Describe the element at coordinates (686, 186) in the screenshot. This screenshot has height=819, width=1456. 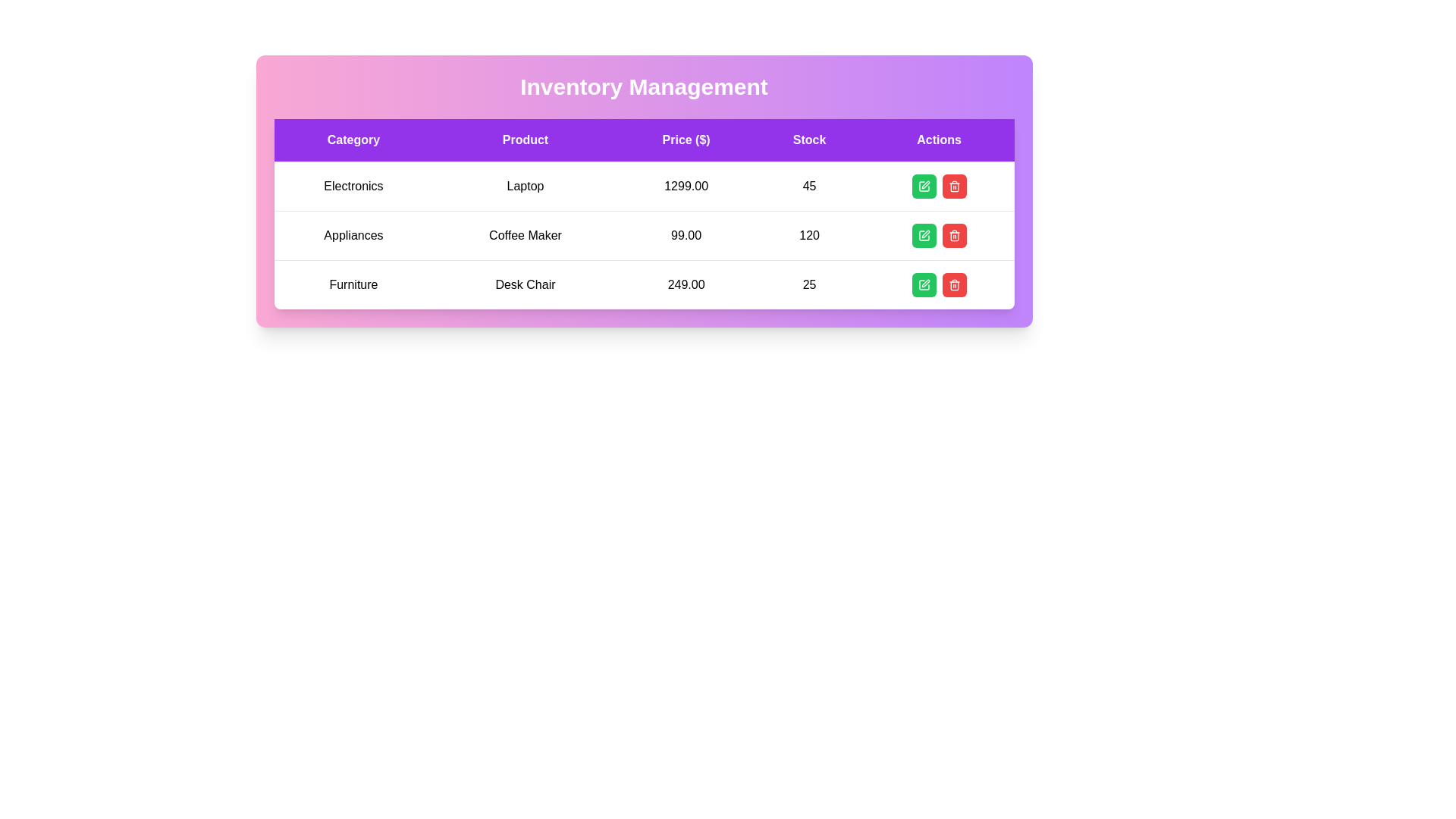
I see `the text entry displaying the value '1299.00' in bold font, located in the 'Price ($)' column of the electronic product table` at that location.